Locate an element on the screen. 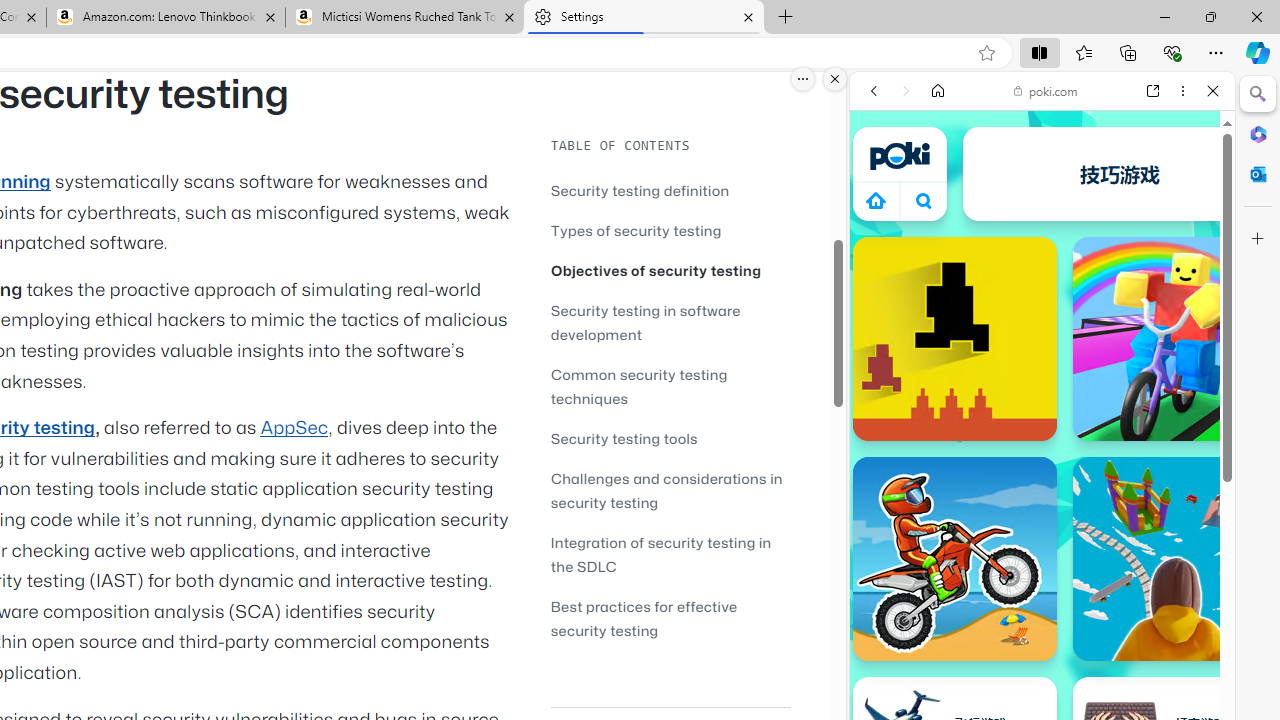  'Challenges and considerations in security testing' is located at coordinates (670, 490).